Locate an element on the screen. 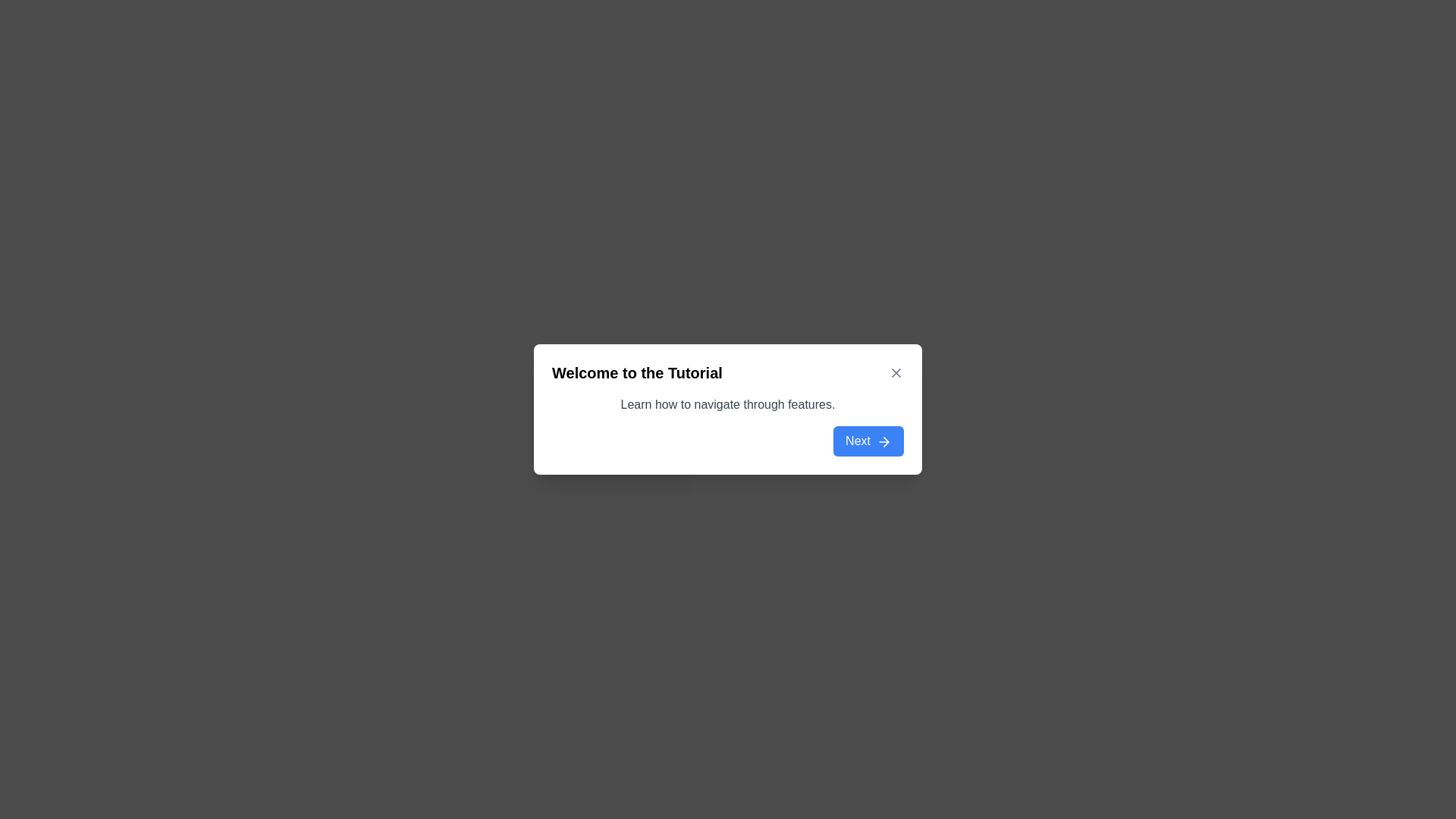 The width and height of the screenshot is (1456, 819). the main heading of the tutorial dialog, which provides an introductory message and is aligned to the left within the white dialog box is located at coordinates (637, 373).